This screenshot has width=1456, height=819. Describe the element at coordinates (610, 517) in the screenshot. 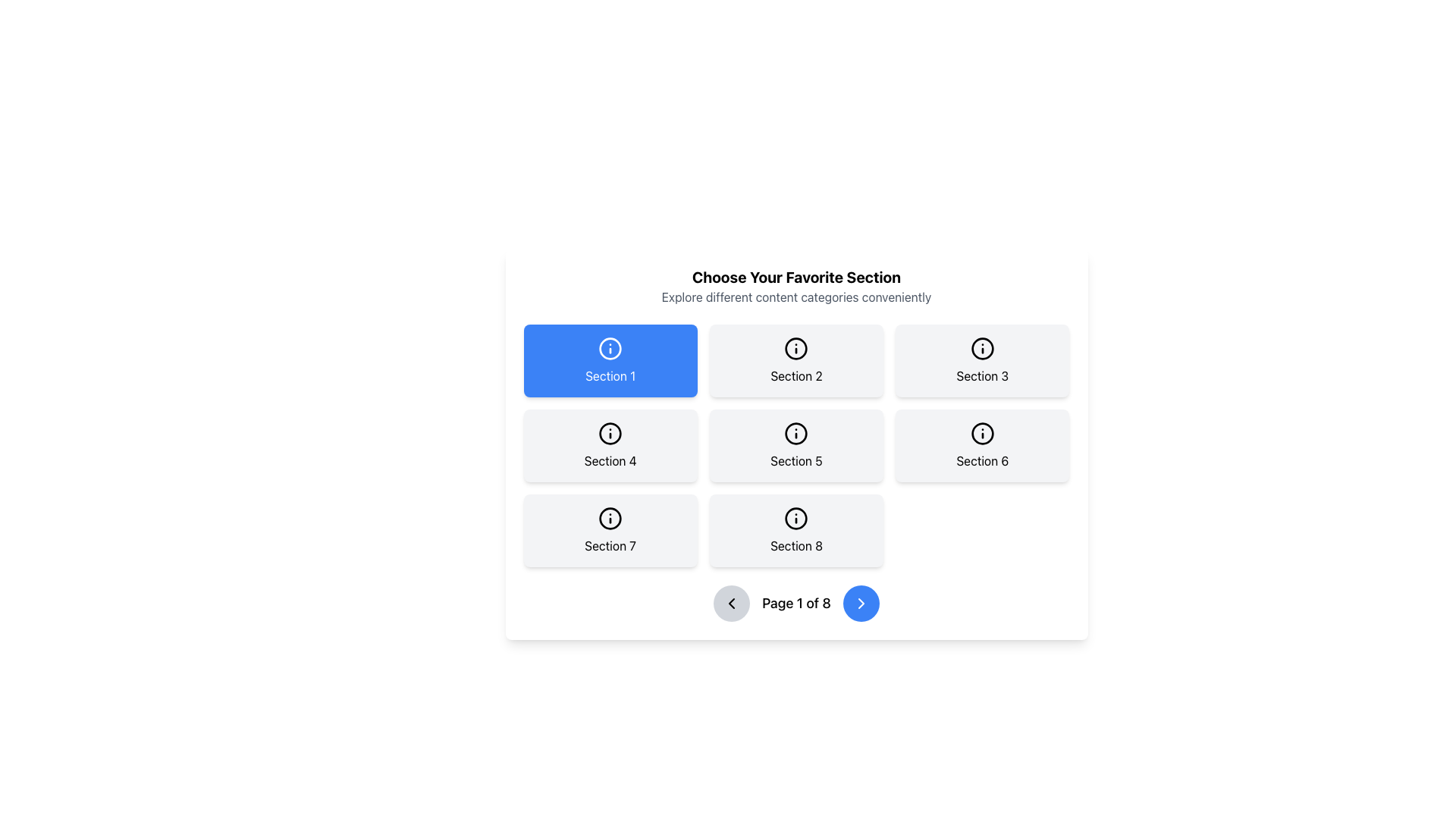

I see `the circular information icon with a lowercase 'i' located in the 'Section 7' component of the 'Choose Your Favorite Section' interface` at that location.